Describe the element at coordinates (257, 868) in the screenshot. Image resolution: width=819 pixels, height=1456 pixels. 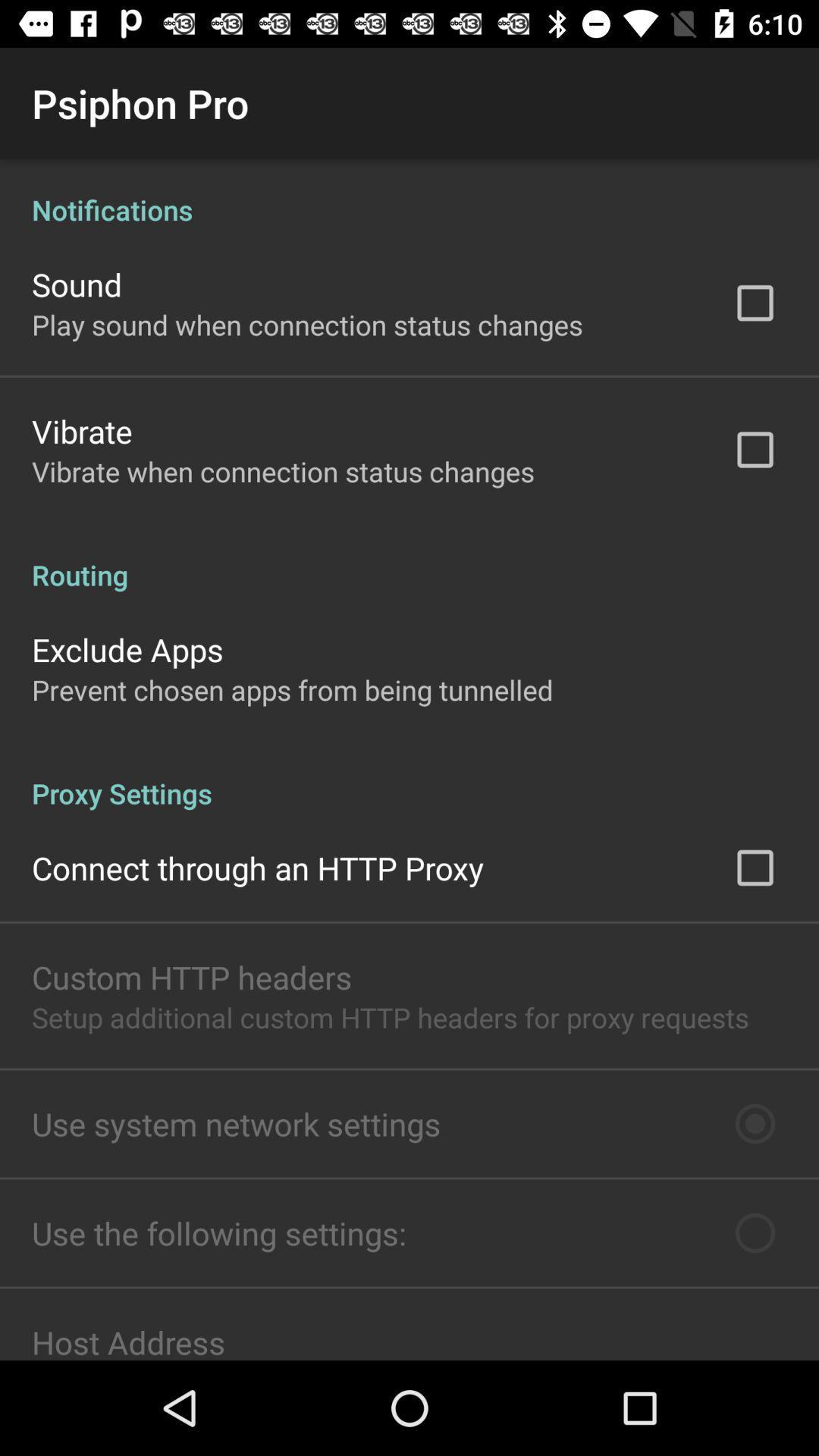
I see `the connect through an item` at that location.